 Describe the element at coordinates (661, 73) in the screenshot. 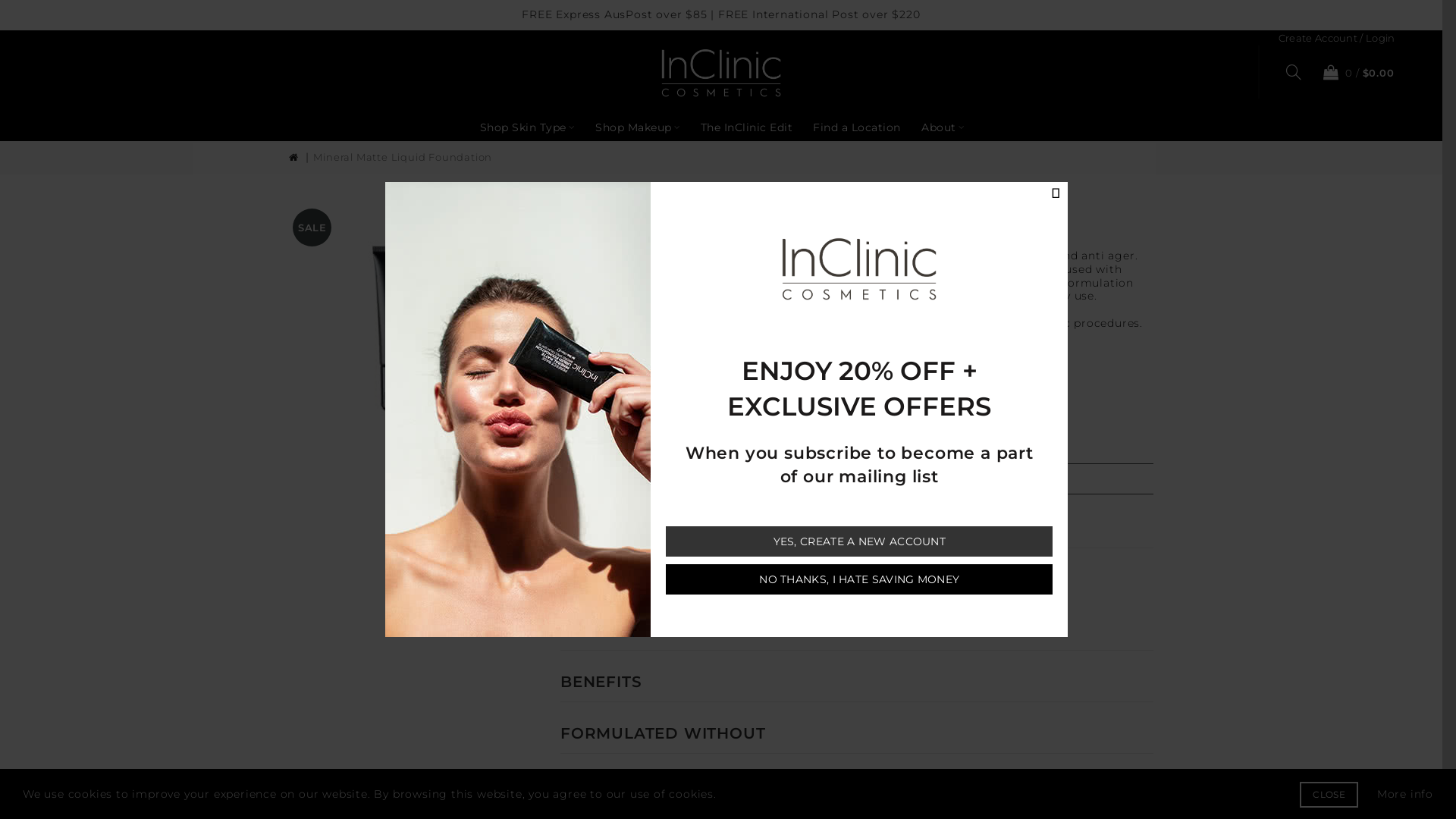

I see `'InClinic Cosmetics'` at that location.